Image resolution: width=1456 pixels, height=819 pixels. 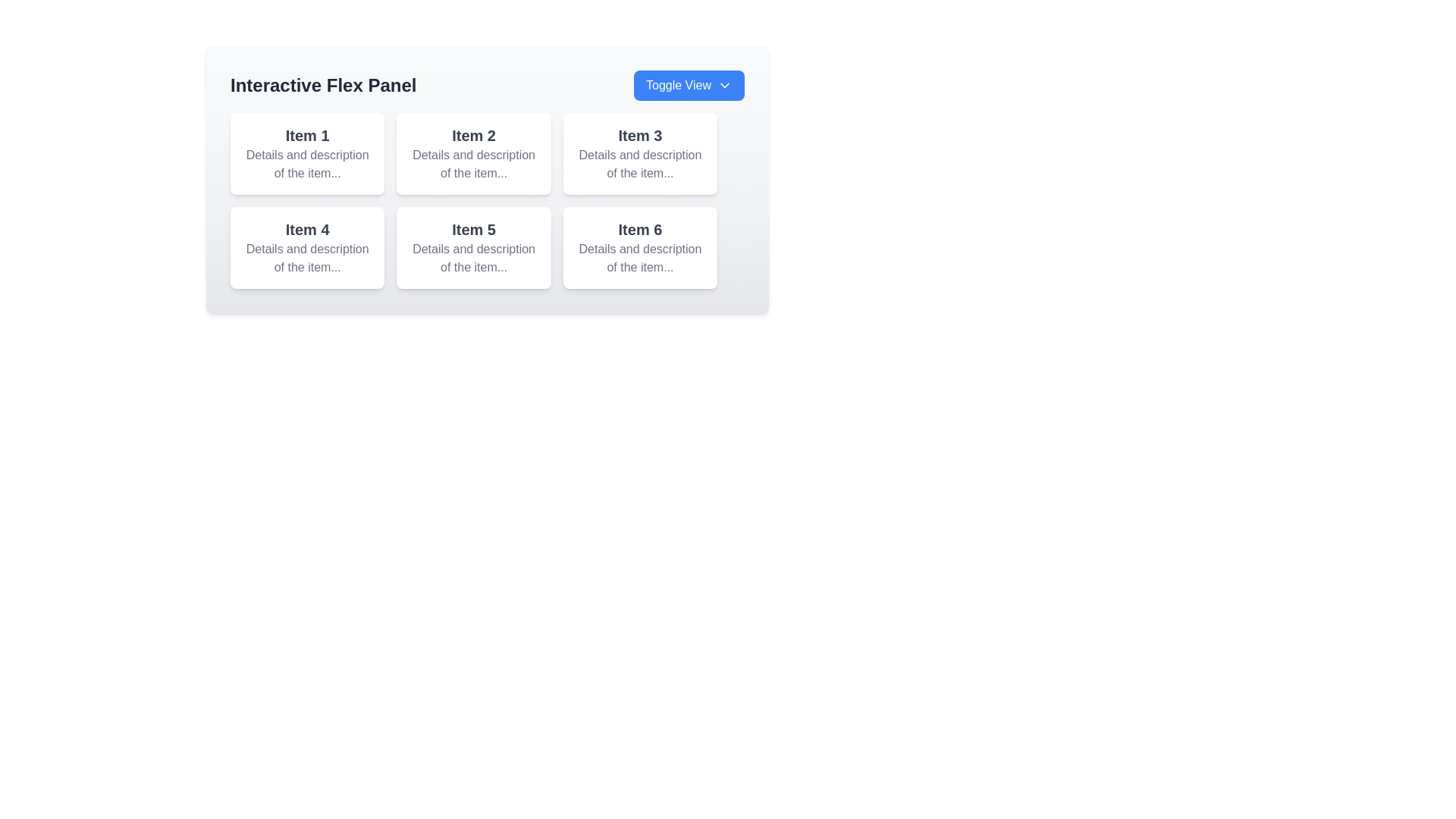 I want to click on the informational text display located in the third card of the grid layout, positioned below the title 'Item 3', so click(x=640, y=164).